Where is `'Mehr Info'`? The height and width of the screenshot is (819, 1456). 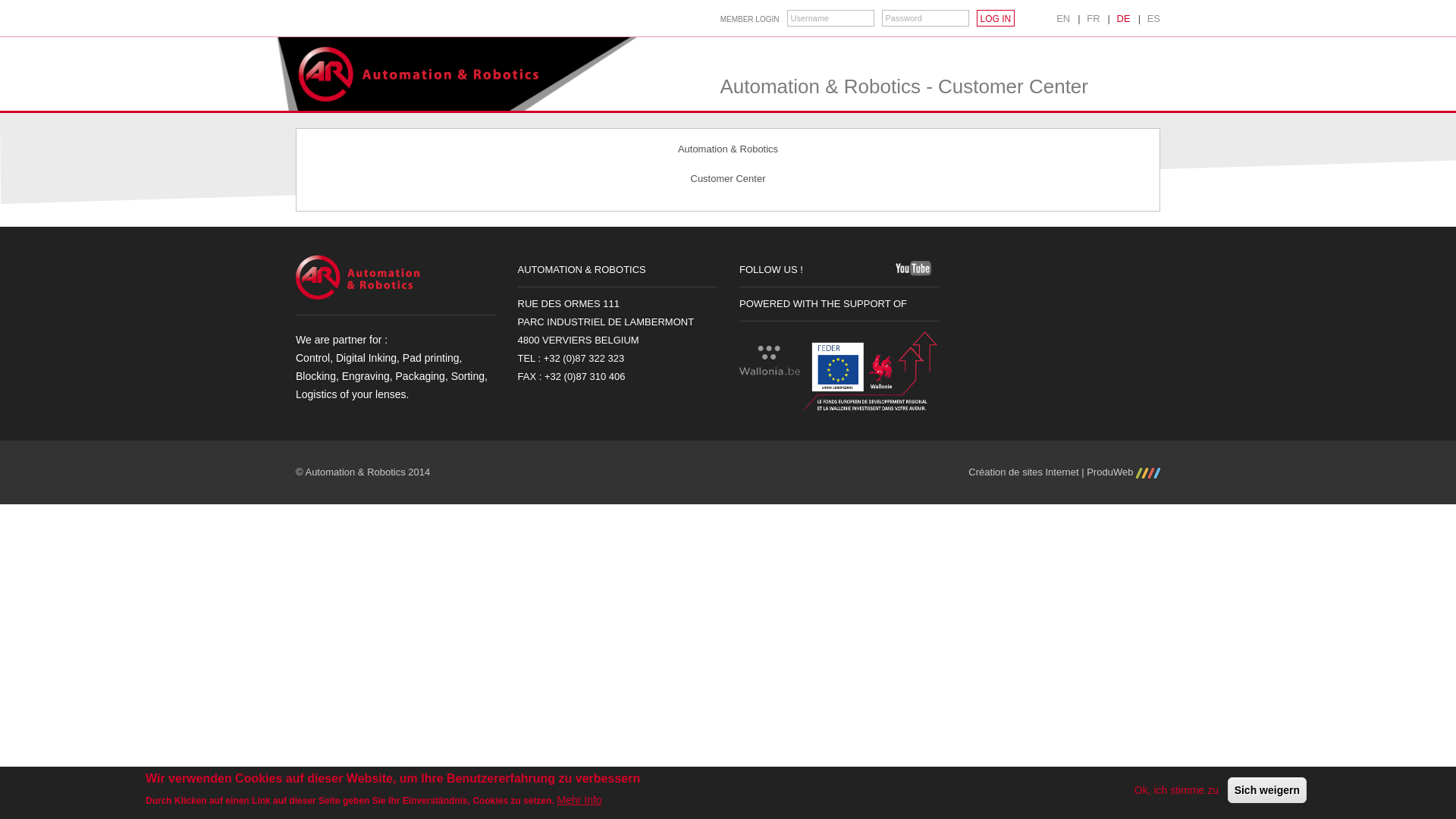 'Mehr Info' is located at coordinates (578, 799).